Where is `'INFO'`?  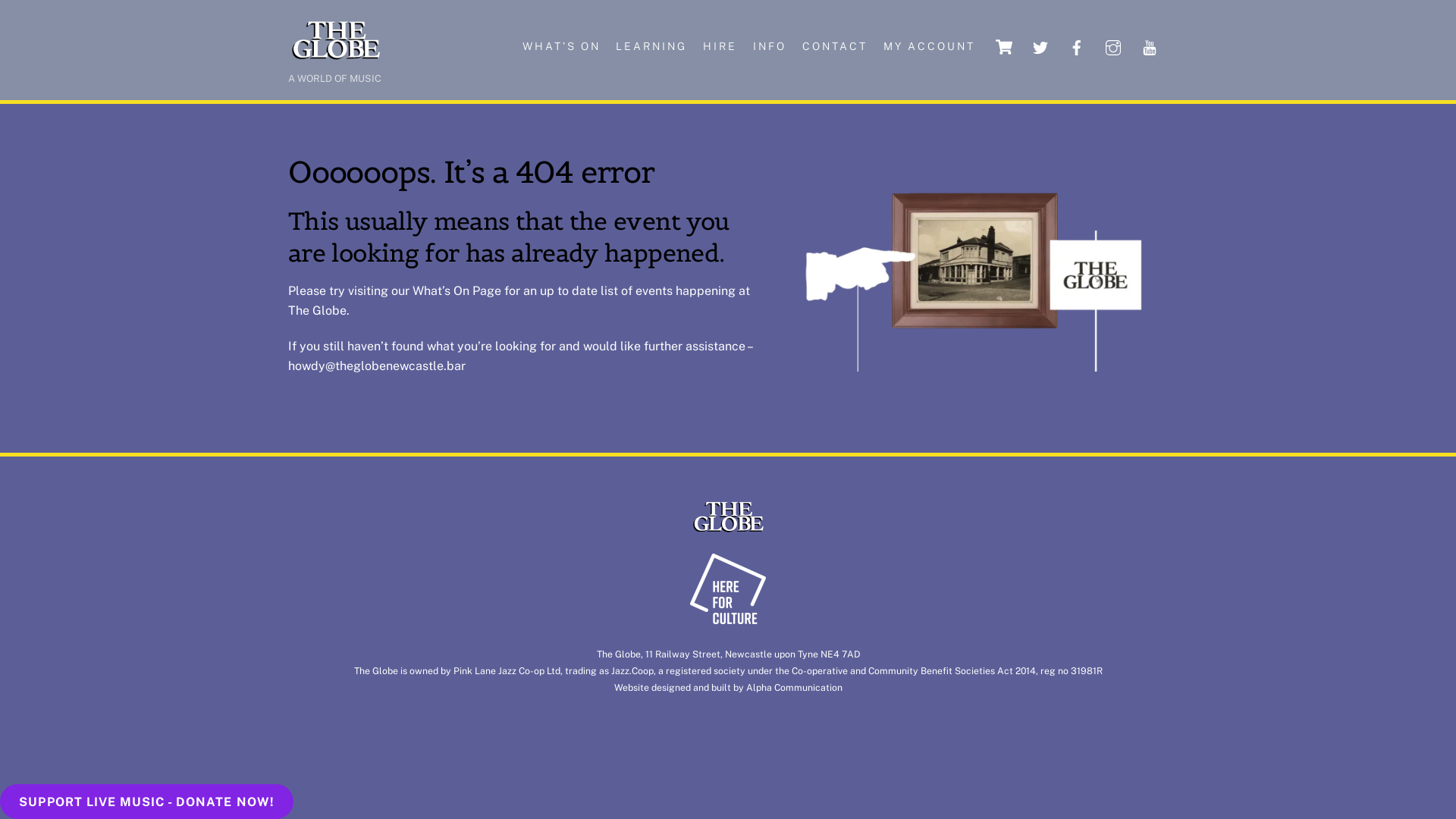 'INFO' is located at coordinates (770, 45).